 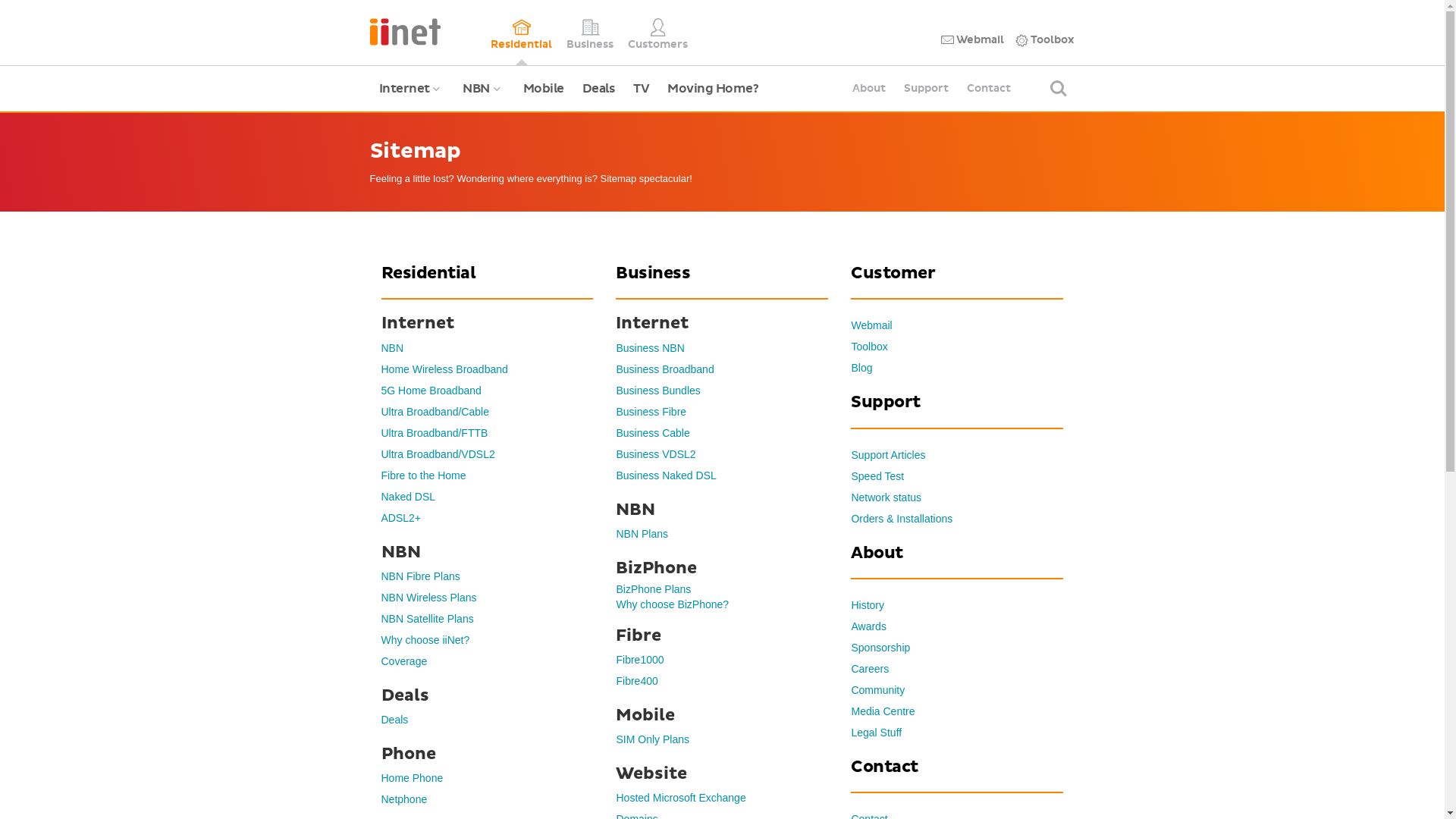 What do you see at coordinates (433, 412) in the screenshot?
I see `'Ultra Broadband/Cable'` at bounding box center [433, 412].